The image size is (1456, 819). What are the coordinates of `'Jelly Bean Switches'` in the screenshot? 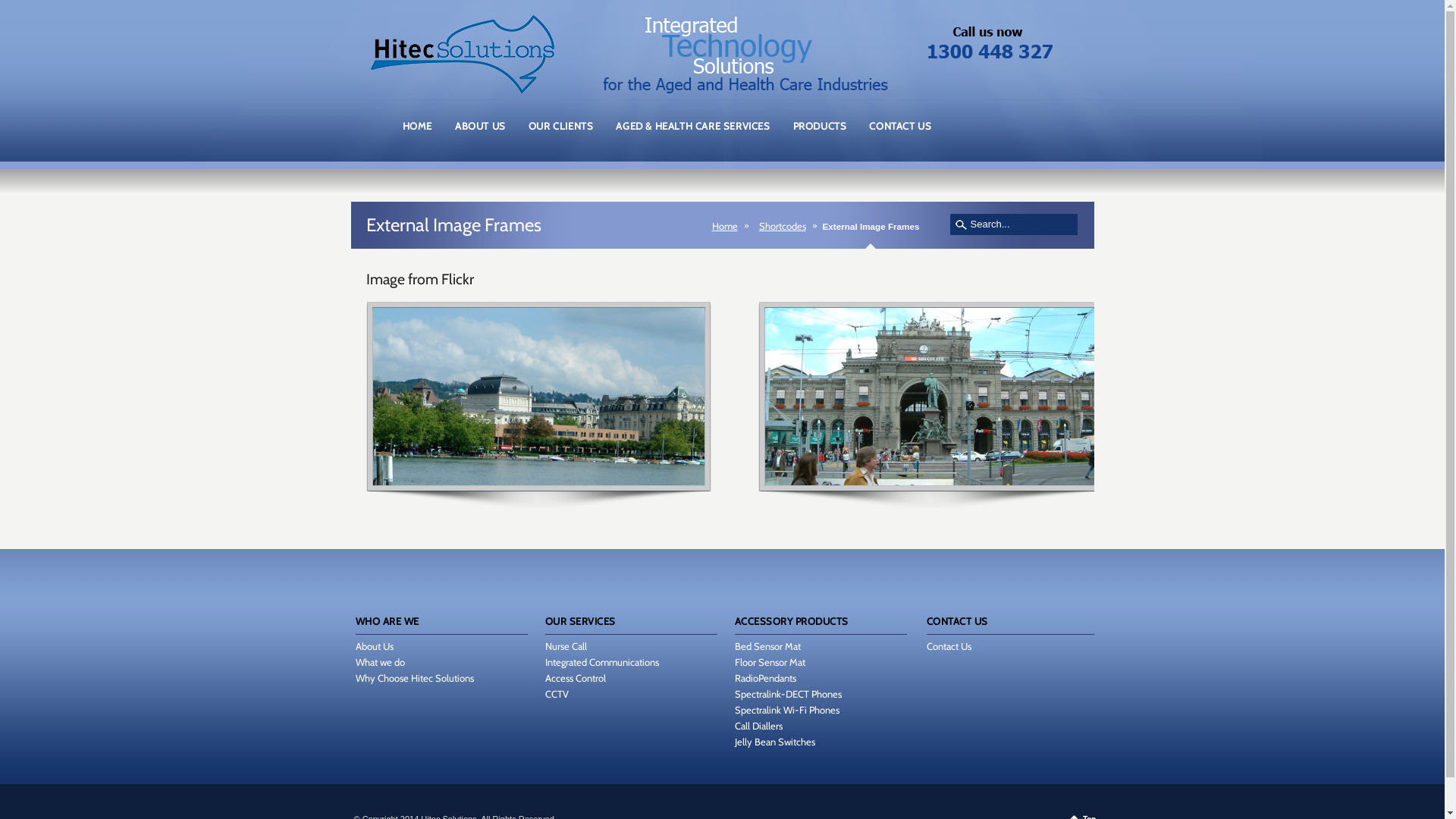 It's located at (774, 741).